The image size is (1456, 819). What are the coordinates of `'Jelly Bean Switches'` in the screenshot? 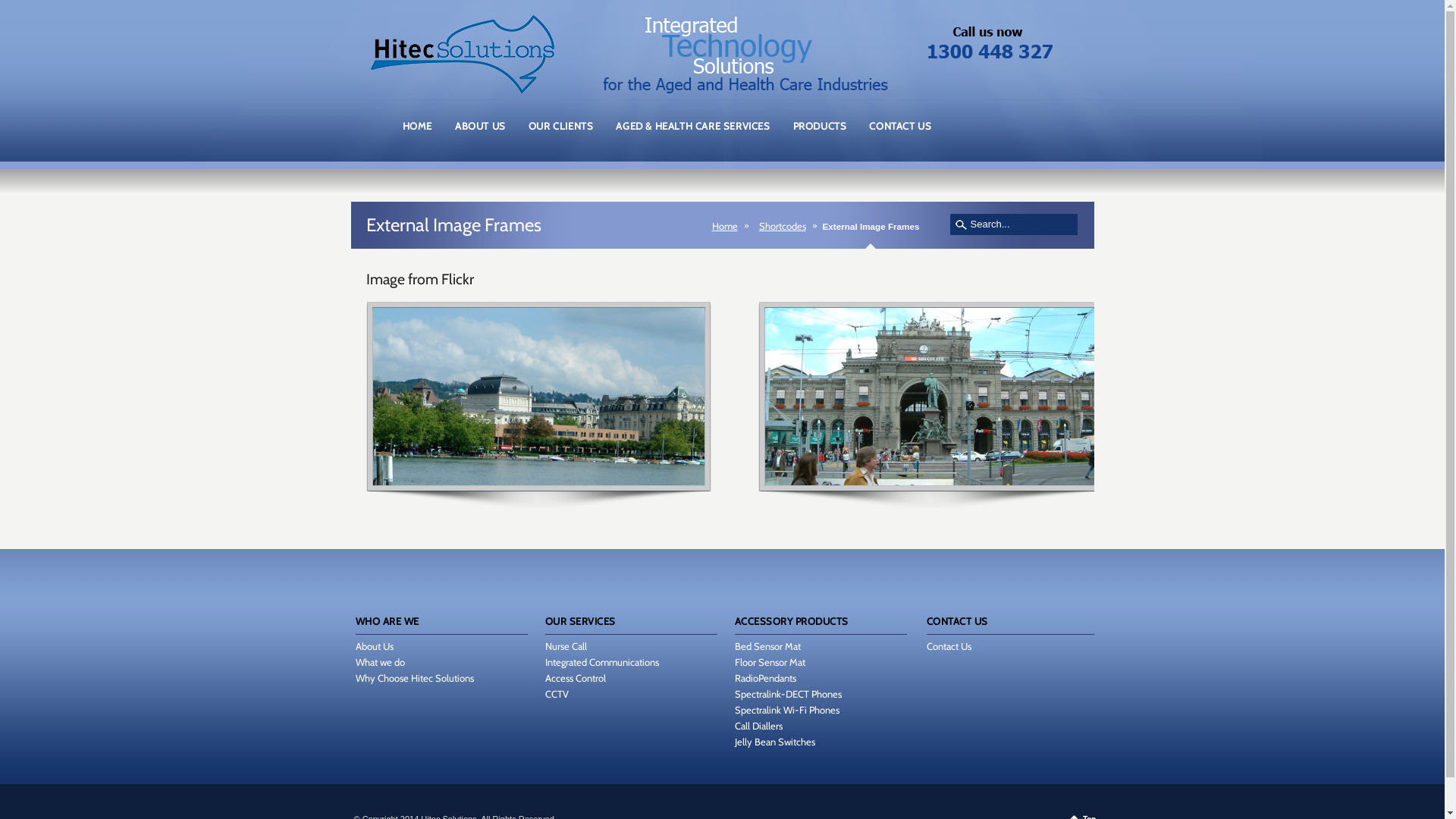 It's located at (774, 741).